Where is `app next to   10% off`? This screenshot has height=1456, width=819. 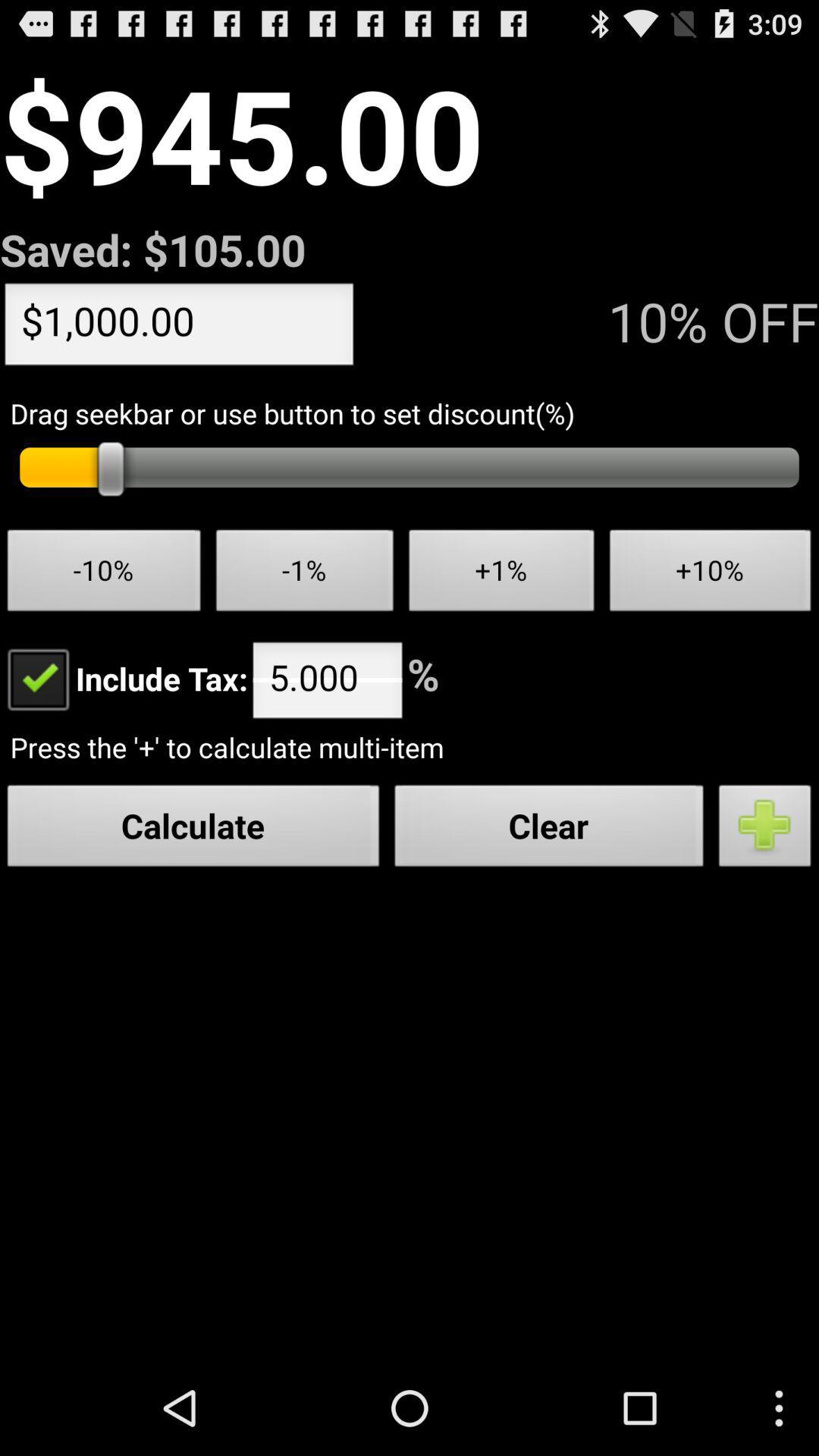
app next to   10% off is located at coordinates (178, 327).